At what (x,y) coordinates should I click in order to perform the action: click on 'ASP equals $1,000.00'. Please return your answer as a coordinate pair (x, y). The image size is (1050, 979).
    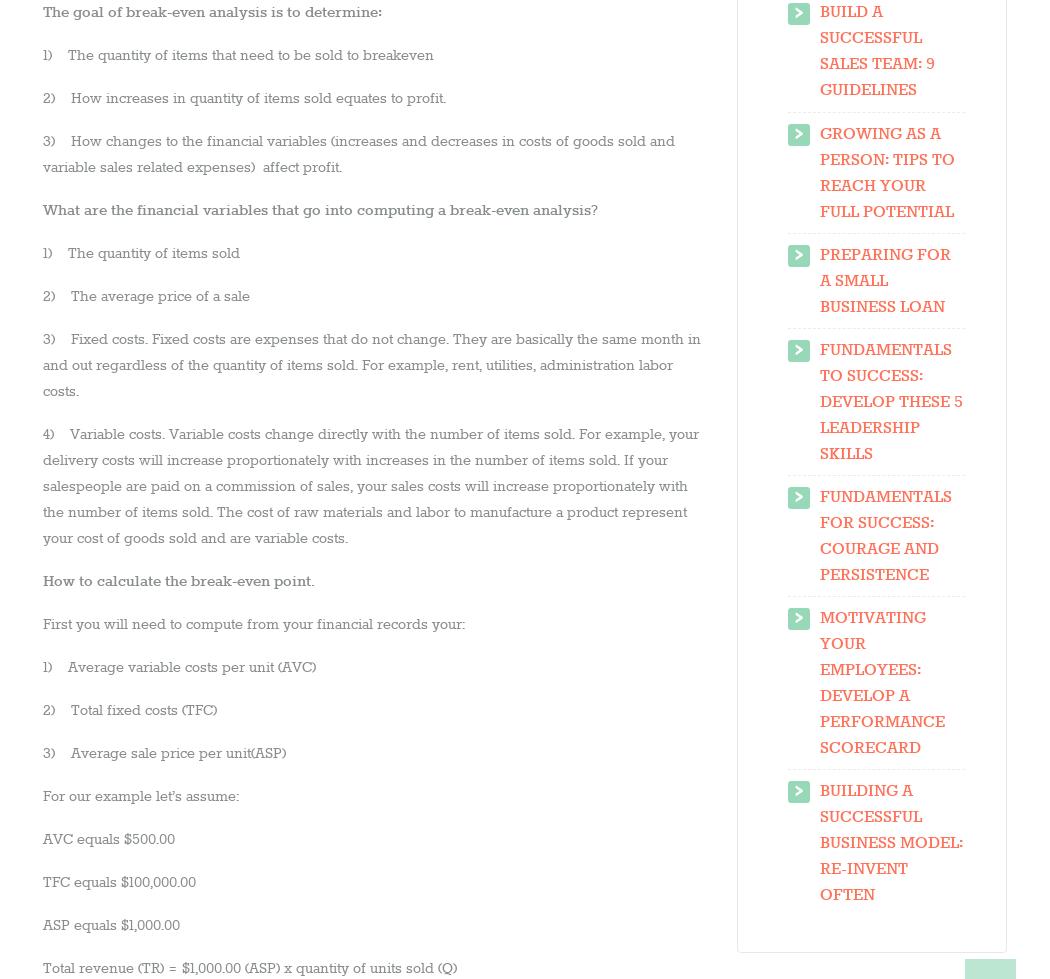
    Looking at the image, I should click on (42, 923).